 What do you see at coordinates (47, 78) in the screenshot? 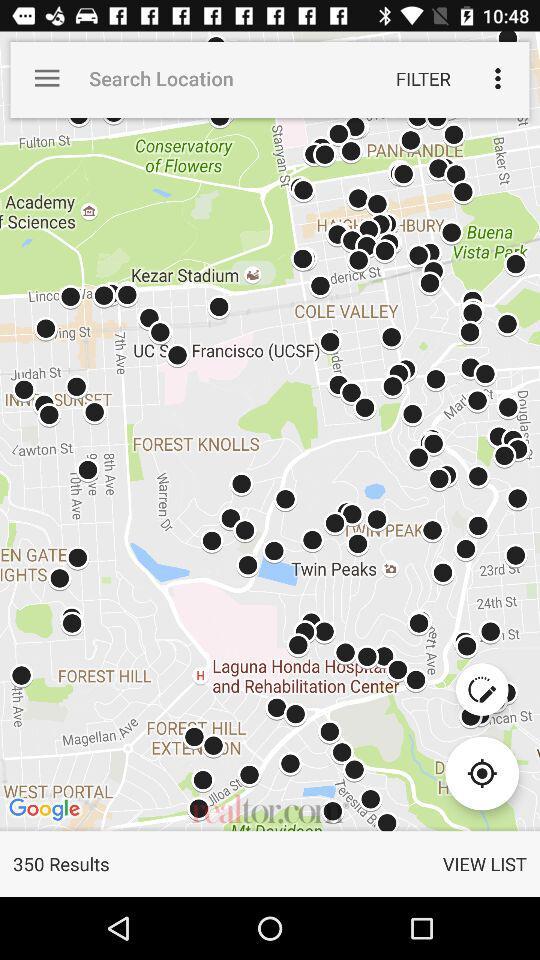
I see `the app to the left of the search location item` at bounding box center [47, 78].